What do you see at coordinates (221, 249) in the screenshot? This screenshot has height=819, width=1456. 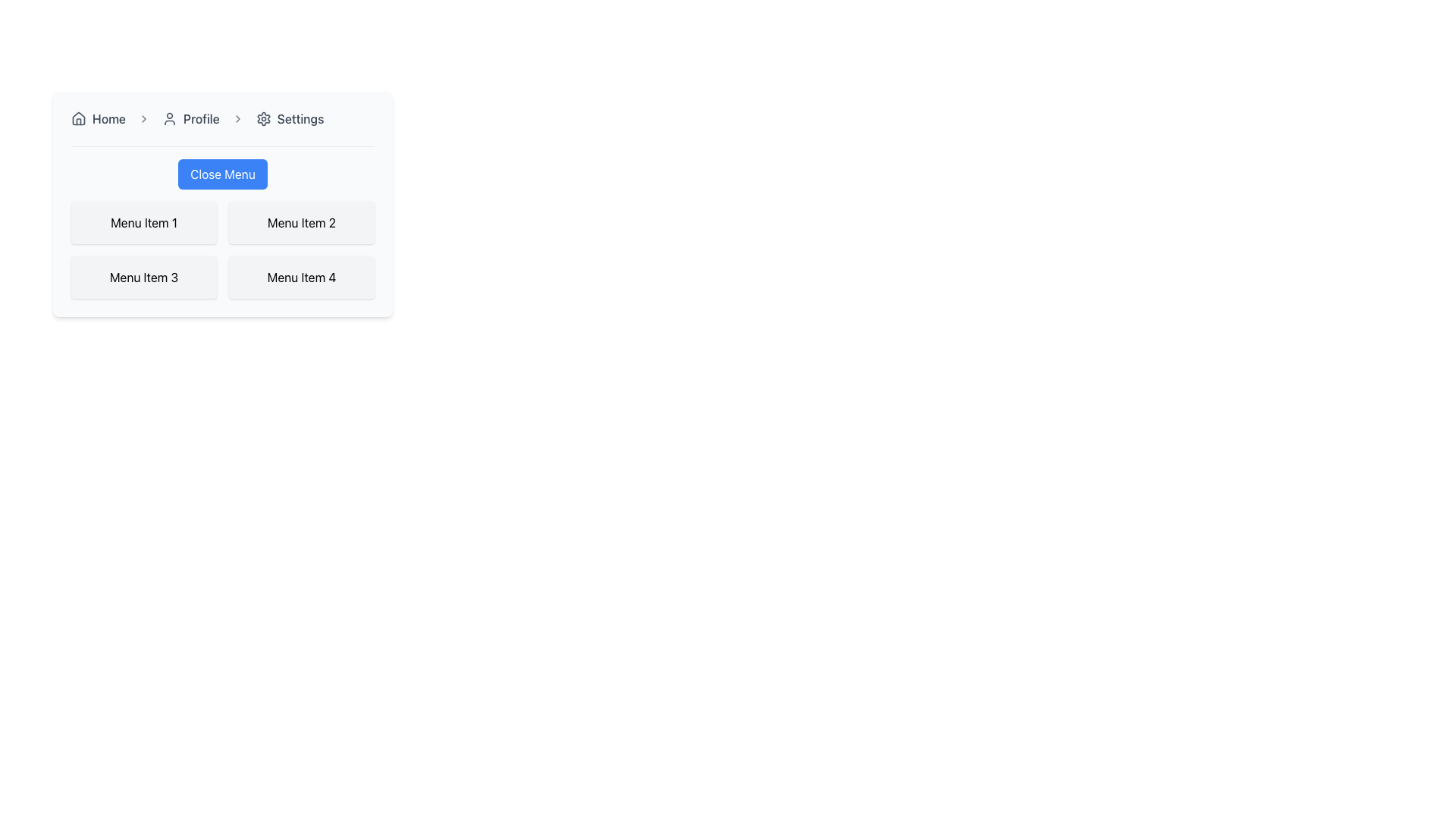 I see `the group of interactive items or menu block element containing four buttons arranged in a 2x2 grid for keyboard navigation` at bounding box center [221, 249].